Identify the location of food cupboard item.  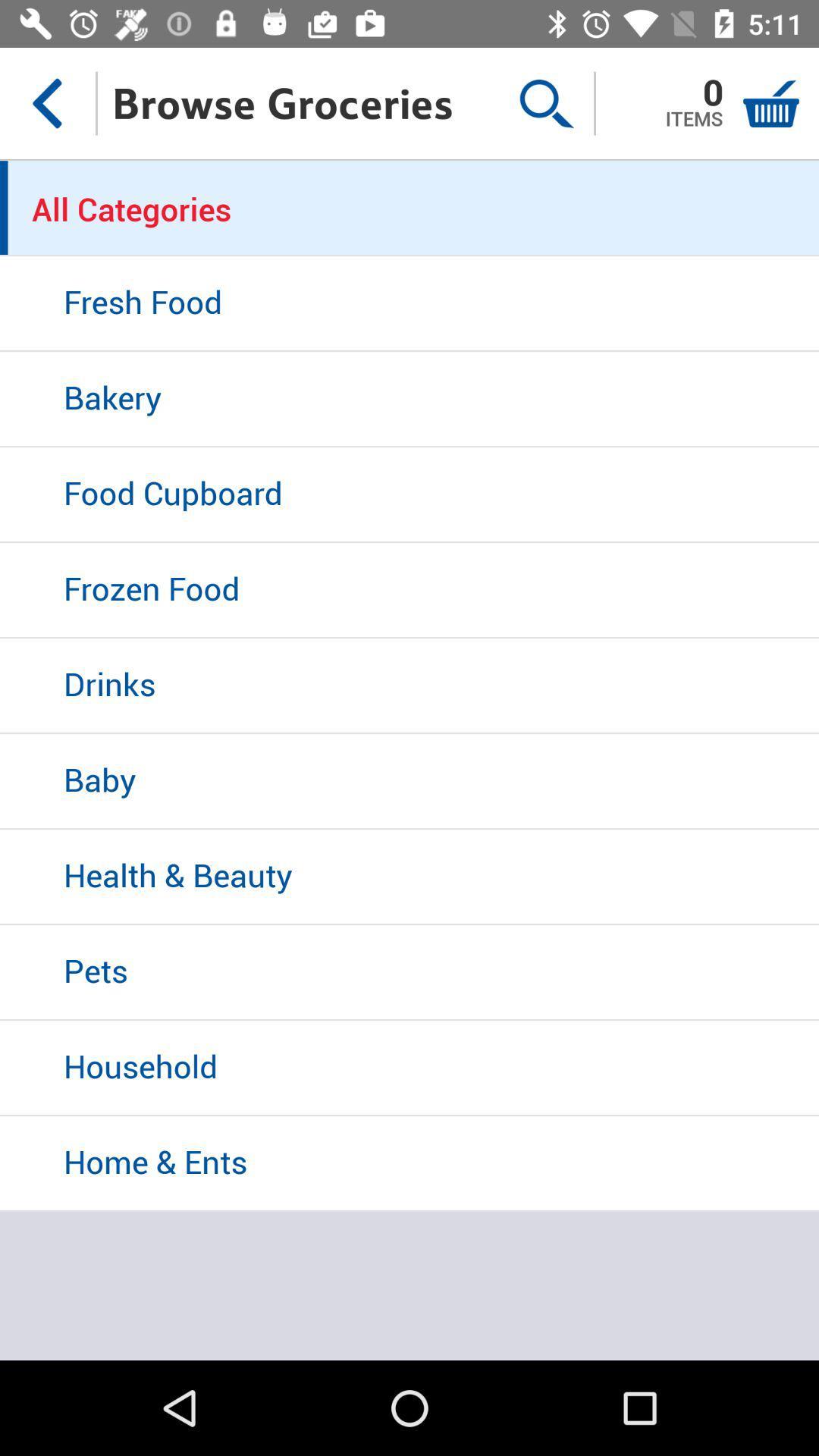
(409, 495).